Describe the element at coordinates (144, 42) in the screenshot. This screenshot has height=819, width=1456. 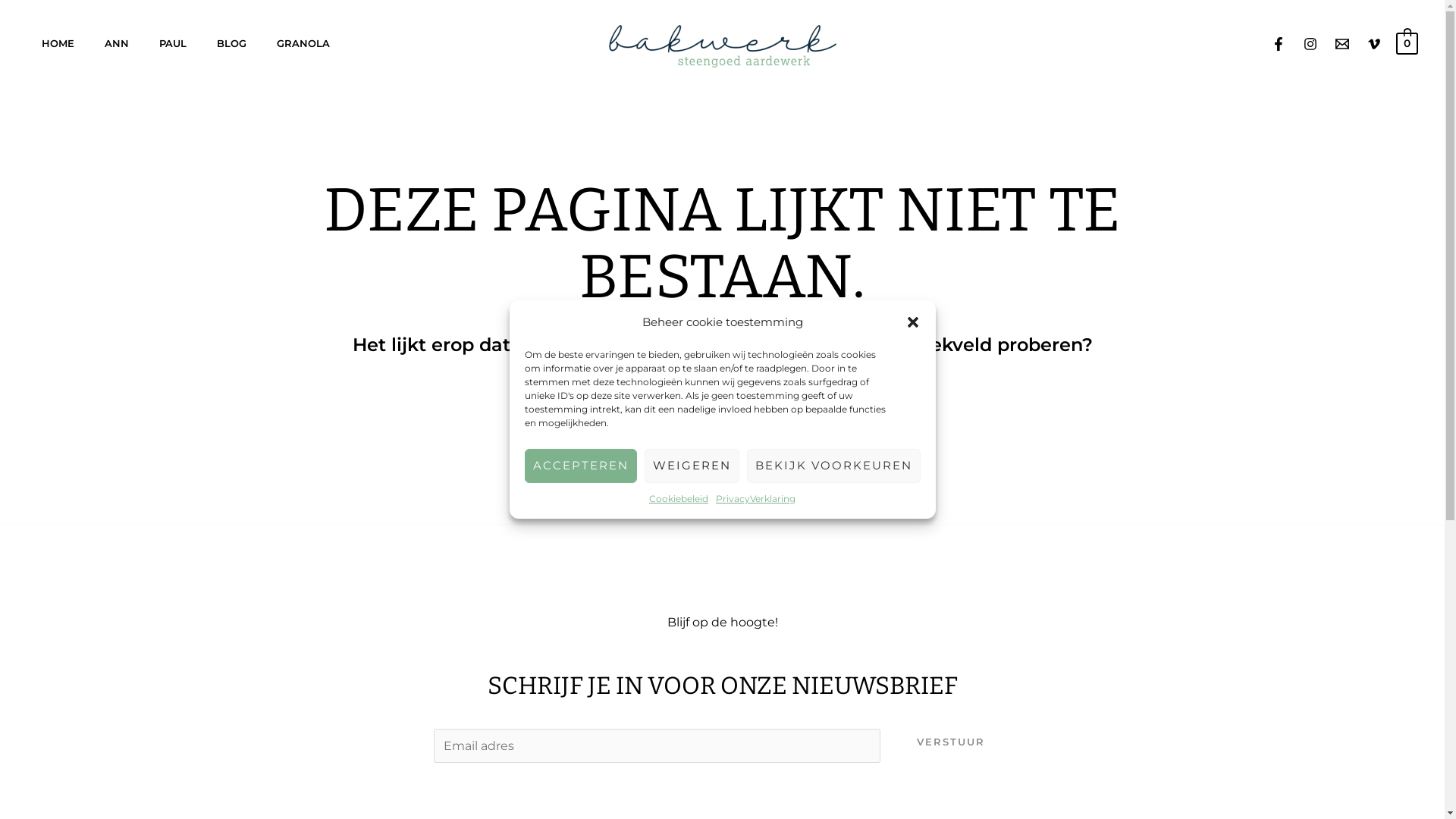
I see `'PAUL'` at that location.